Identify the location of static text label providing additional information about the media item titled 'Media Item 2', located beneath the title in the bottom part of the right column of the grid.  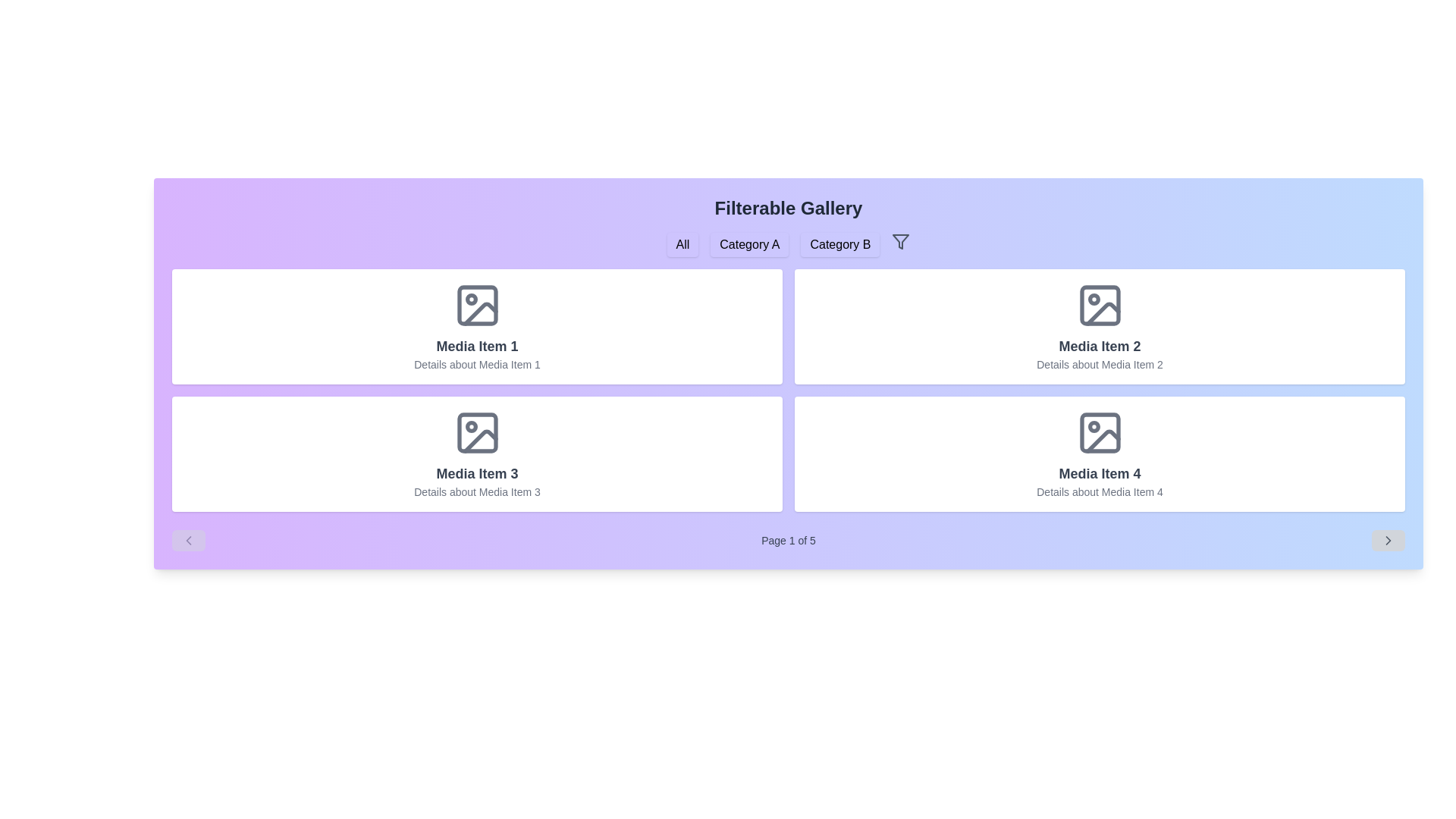
(1100, 365).